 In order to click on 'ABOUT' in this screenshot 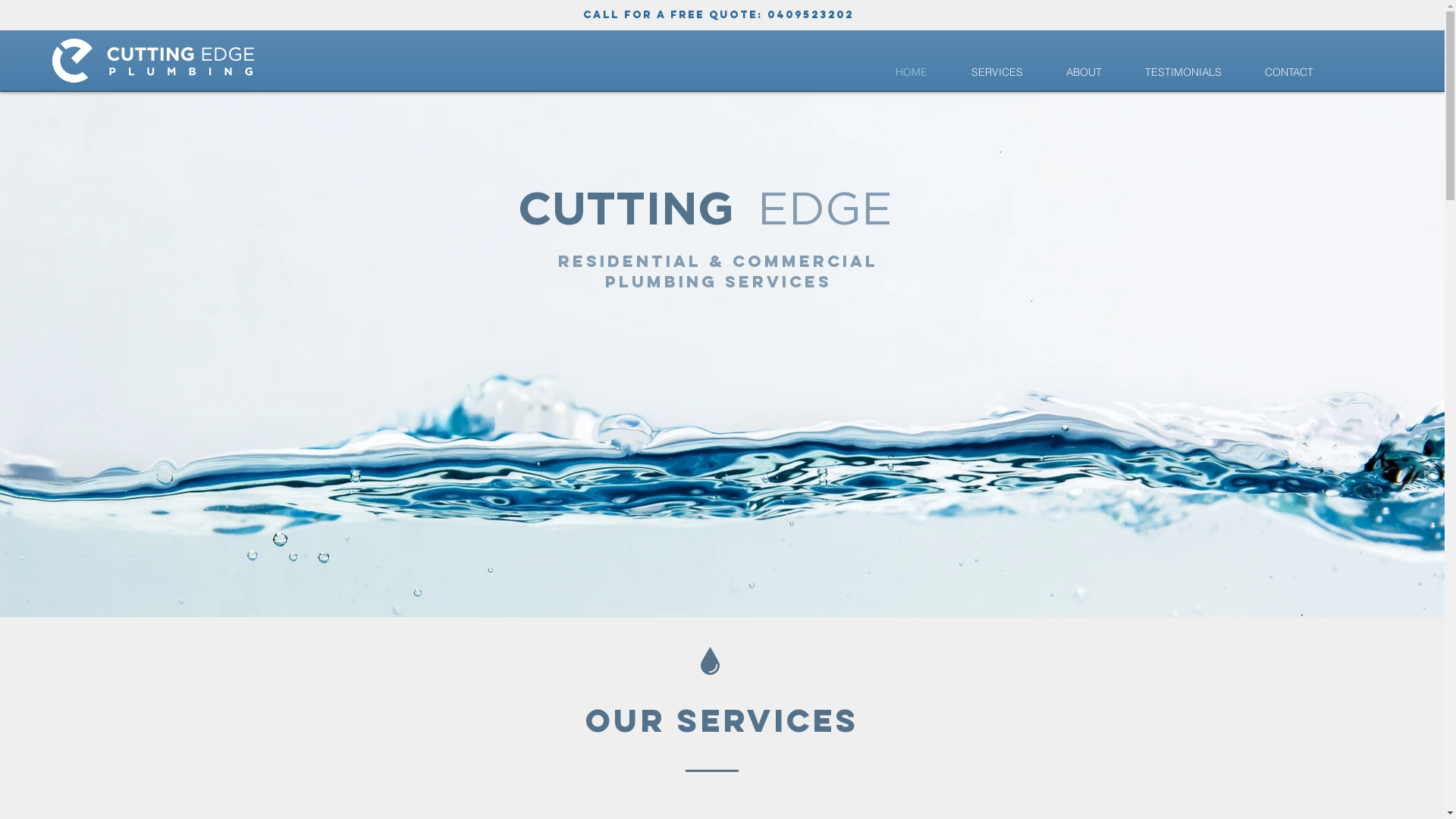, I will do `click(1083, 72)`.